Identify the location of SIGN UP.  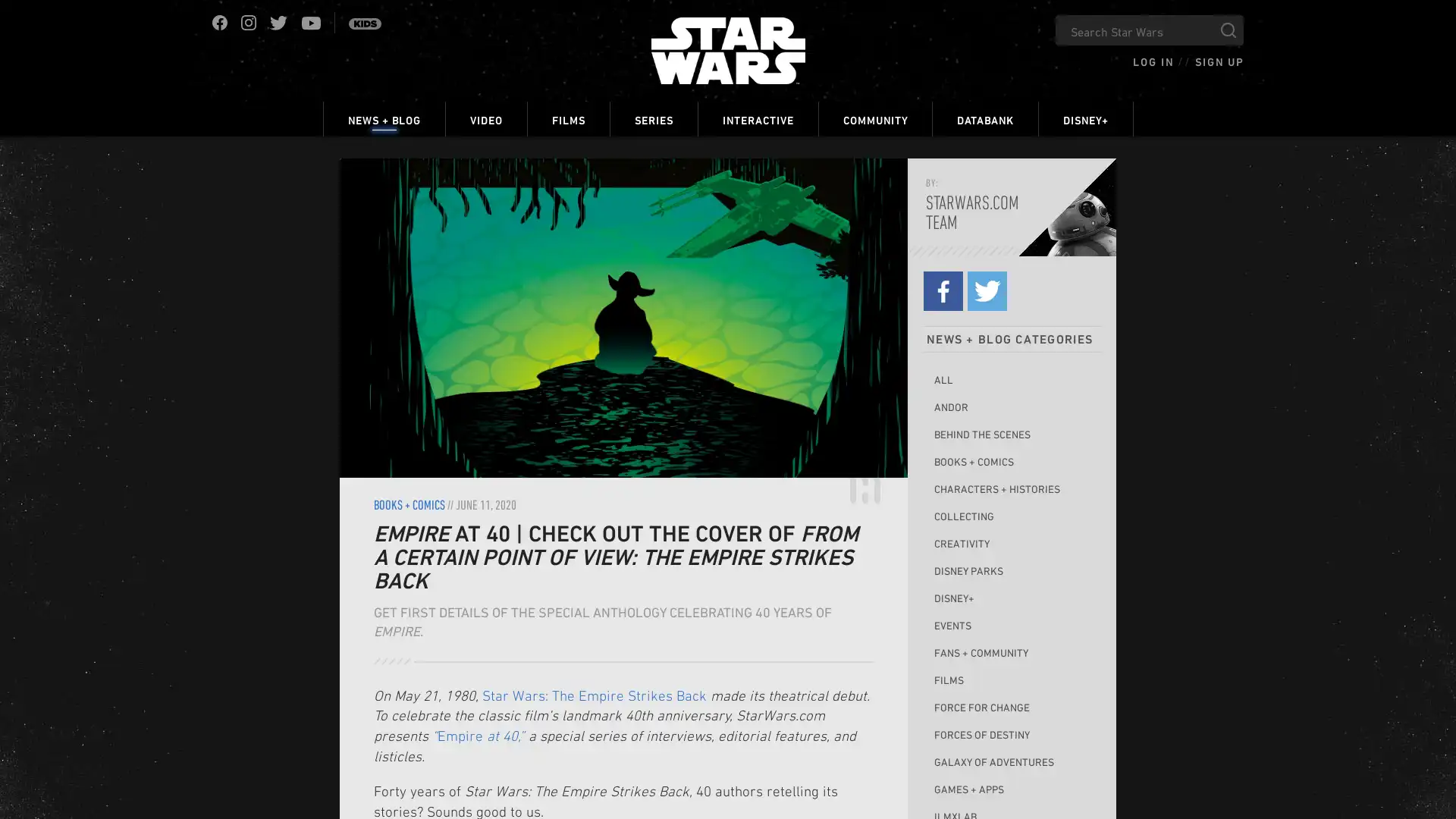
(1219, 61).